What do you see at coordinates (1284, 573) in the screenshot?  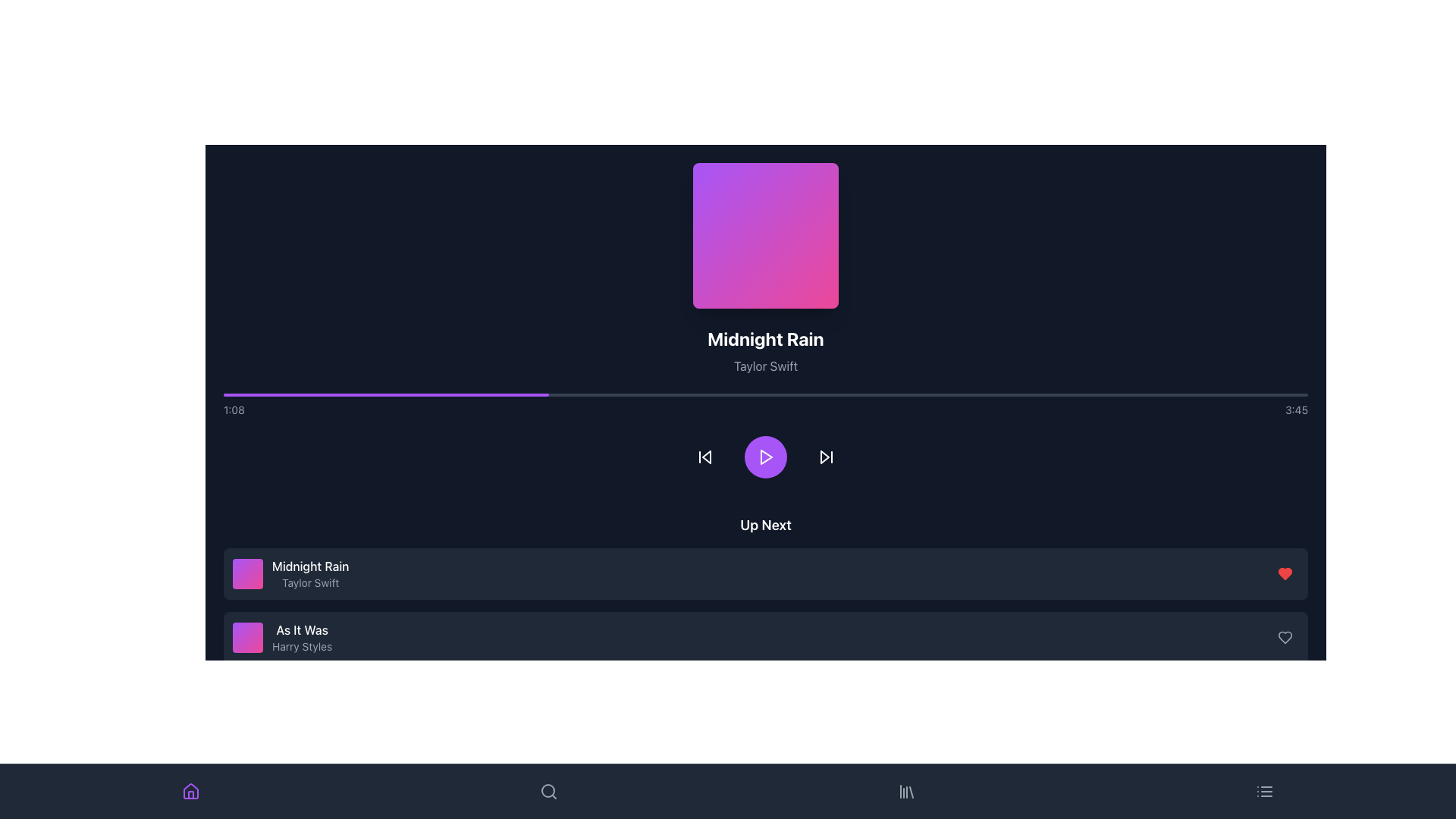 I see `the heart-shaped vector icon on the right side of the song tile for 'As It Was' by Harry Styles to mark or unmark it as a favorite` at bounding box center [1284, 573].